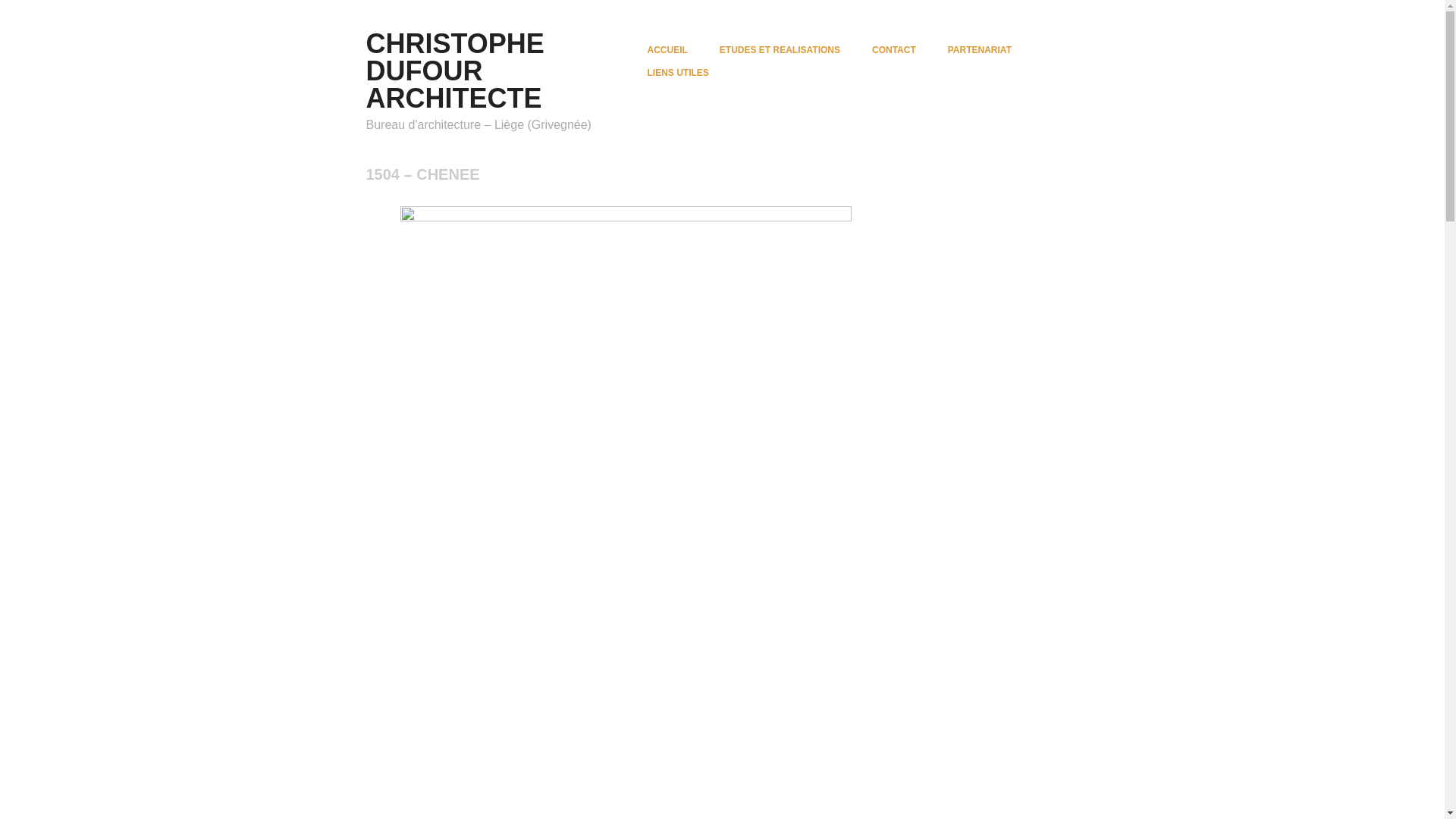 The image size is (1456, 819). What do you see at coordinates (667, 49) in the screenshot?
I see `'ACCUEIL'` at bounding box center [667, 49].